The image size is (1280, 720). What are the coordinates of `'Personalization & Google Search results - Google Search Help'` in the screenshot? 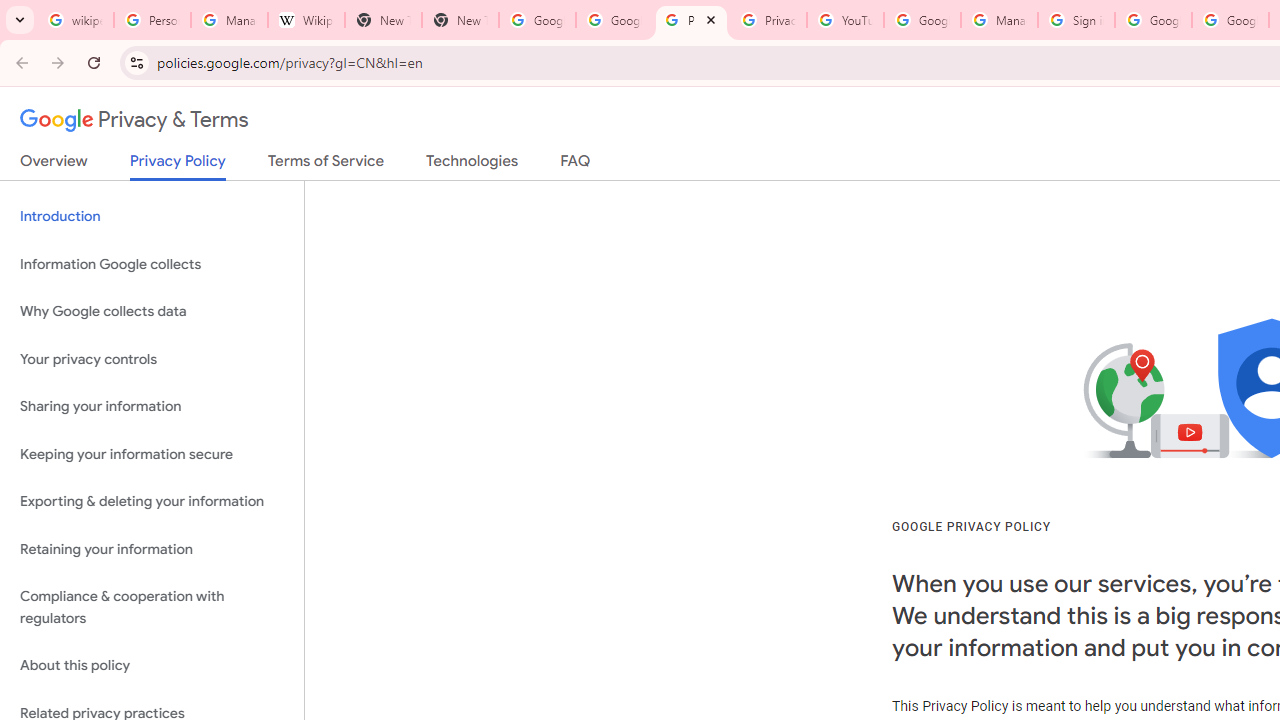 It's located at (151, 20).